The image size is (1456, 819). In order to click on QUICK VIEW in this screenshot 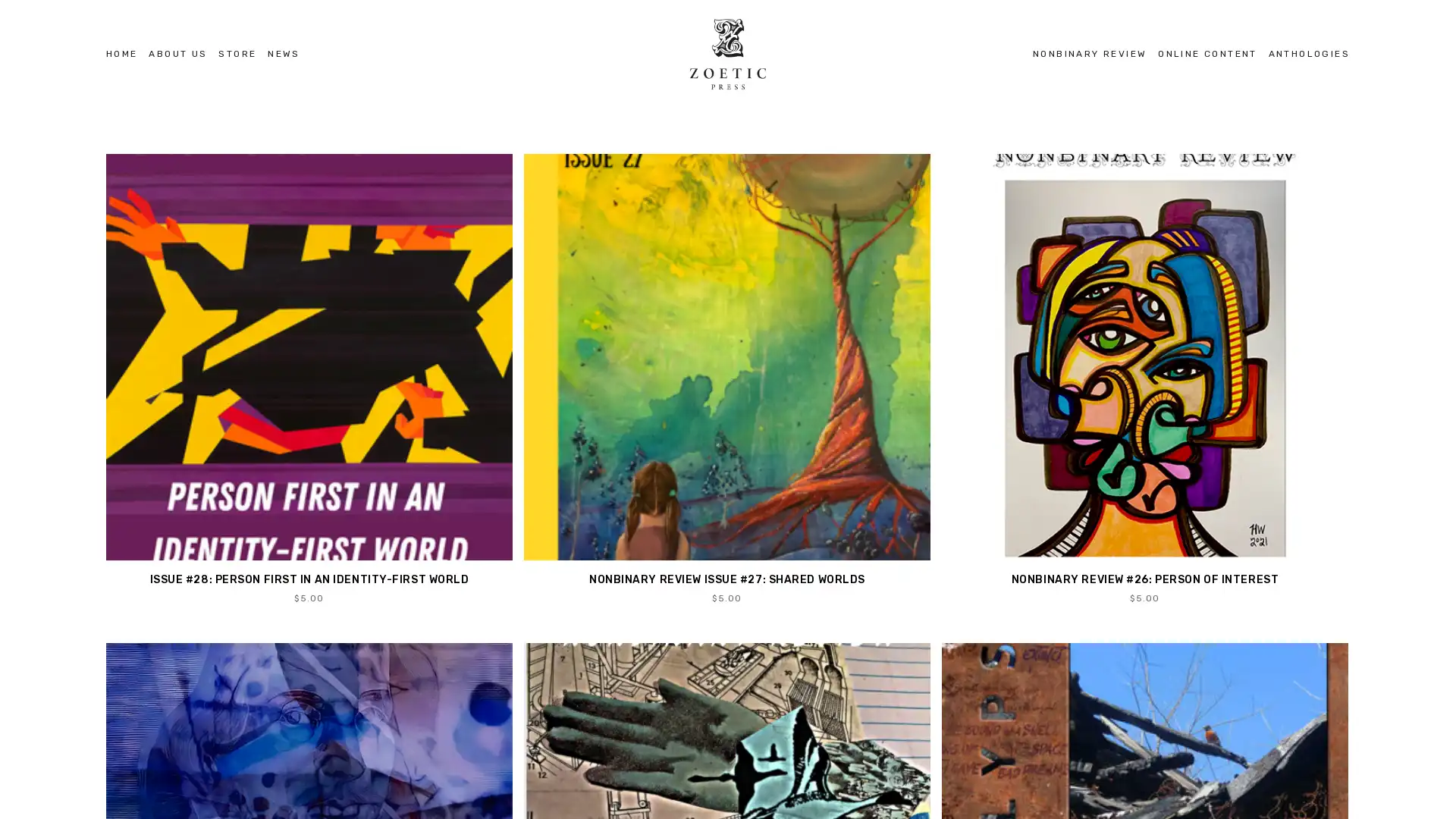, I will do `click(308, 378)`.